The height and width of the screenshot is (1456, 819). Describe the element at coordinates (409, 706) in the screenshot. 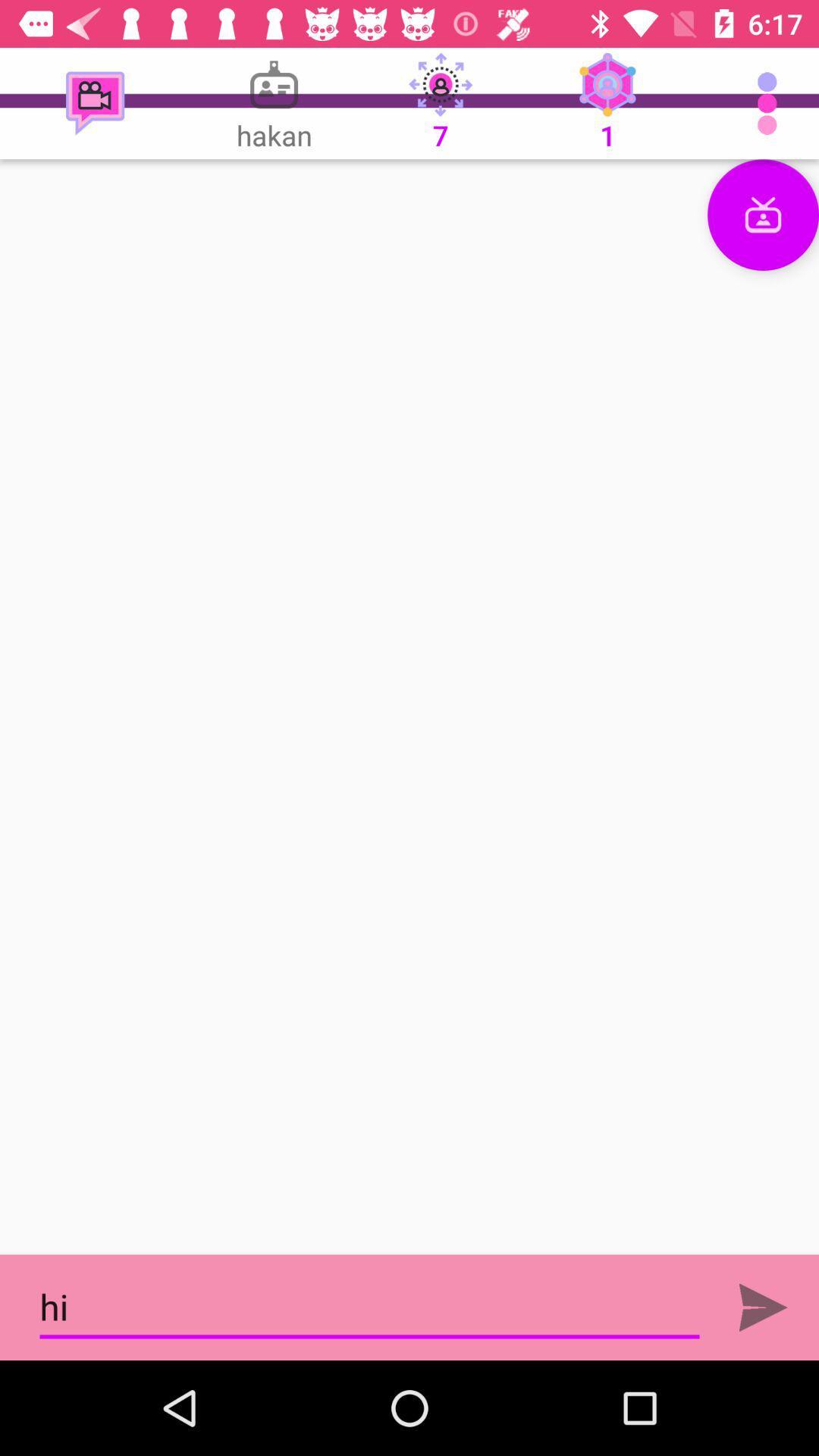

I see `the video` at that location.